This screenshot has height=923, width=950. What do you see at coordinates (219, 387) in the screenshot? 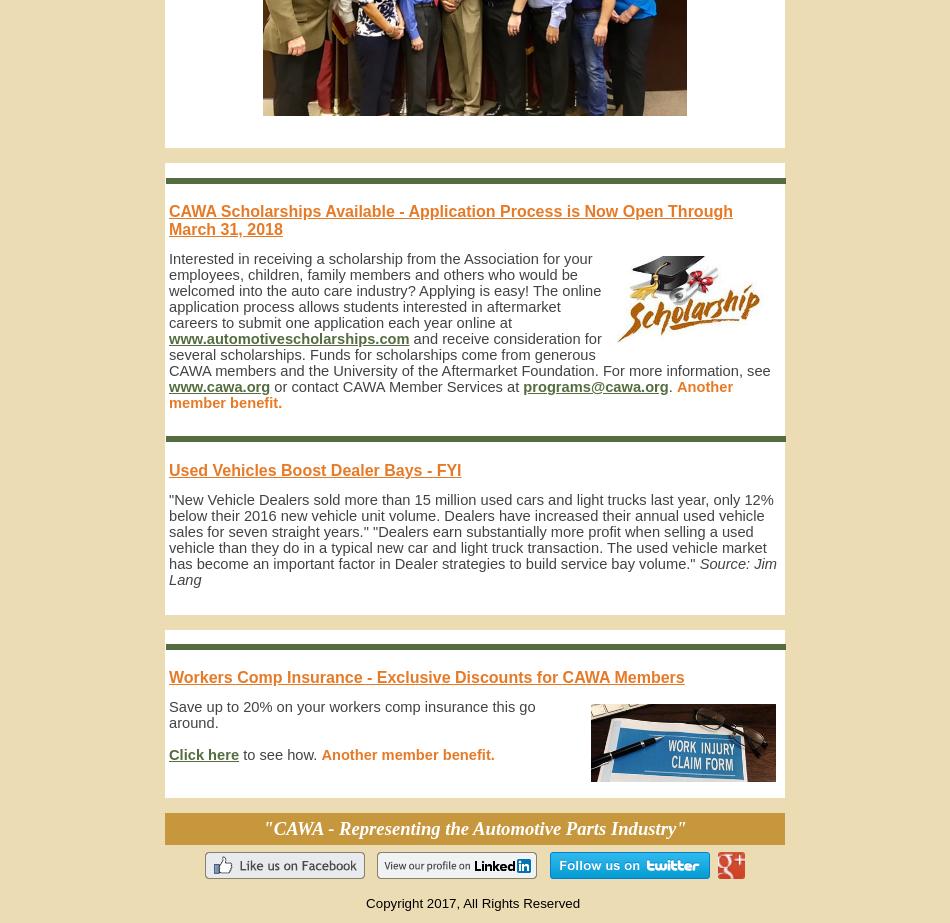
I see `'www.cawa.org'` at bounding box center [219, 387].